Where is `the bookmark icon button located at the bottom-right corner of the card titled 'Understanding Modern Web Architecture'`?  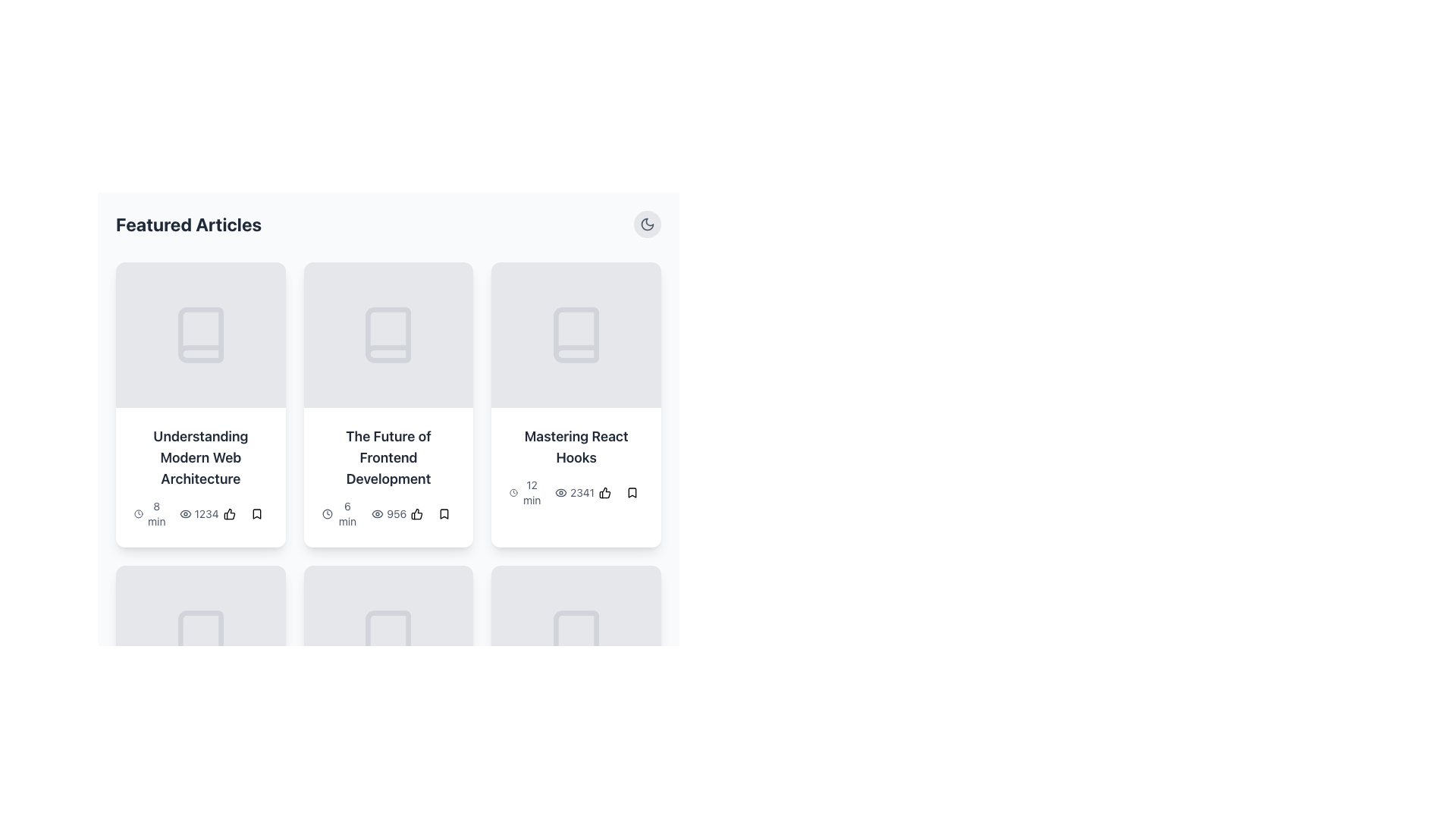 the bookmark icon button located at the bottom-right corner of the card titled 'Understanding Modern Web Architecture' is located at coordinates (256, 513).